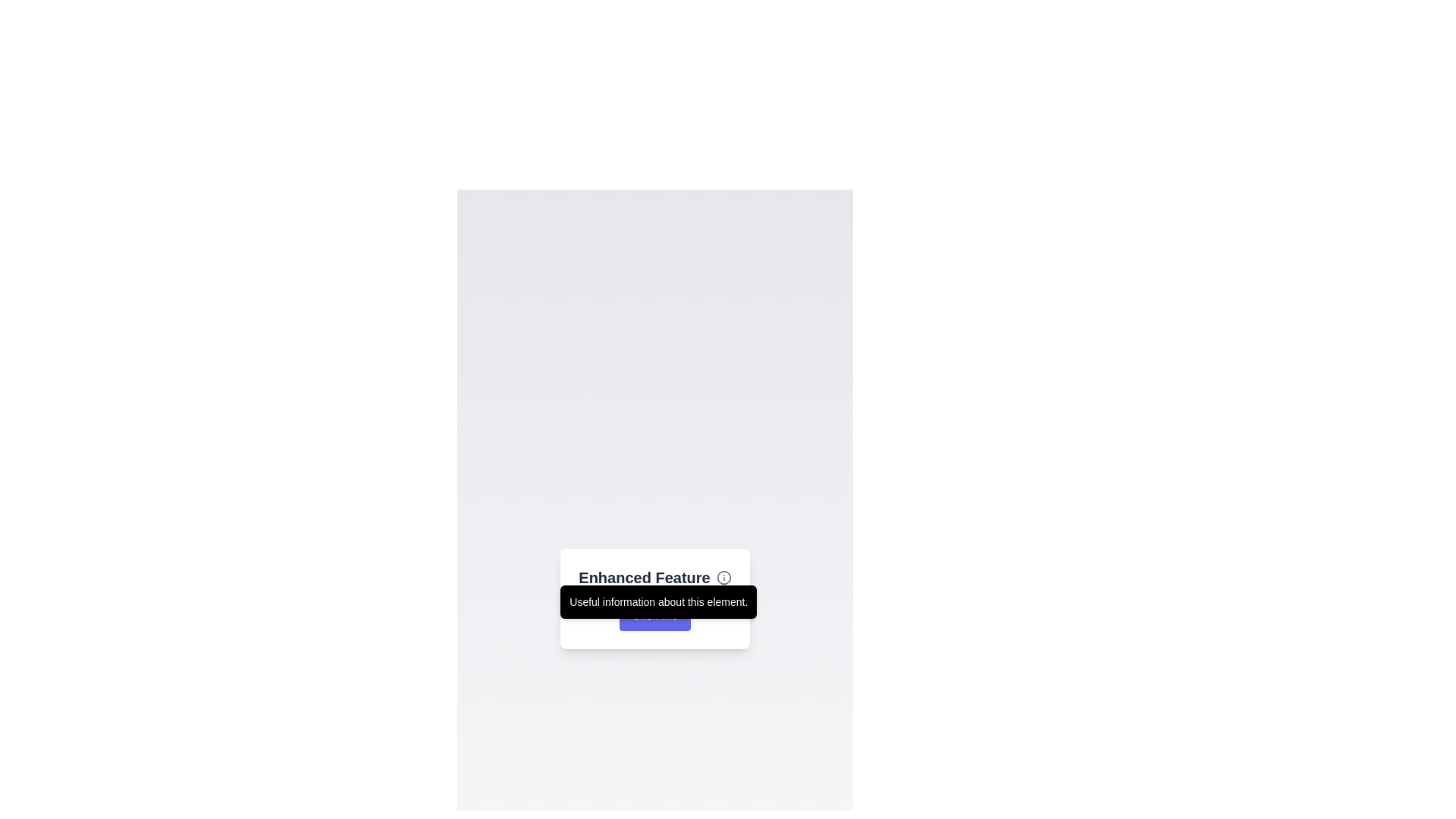  Describe the element at coordinates (655, 616) in the screenshot. I see `the 'Click Me' button with a purple background and white text located centrally within the 'Enhanced Feature' card` at that location.